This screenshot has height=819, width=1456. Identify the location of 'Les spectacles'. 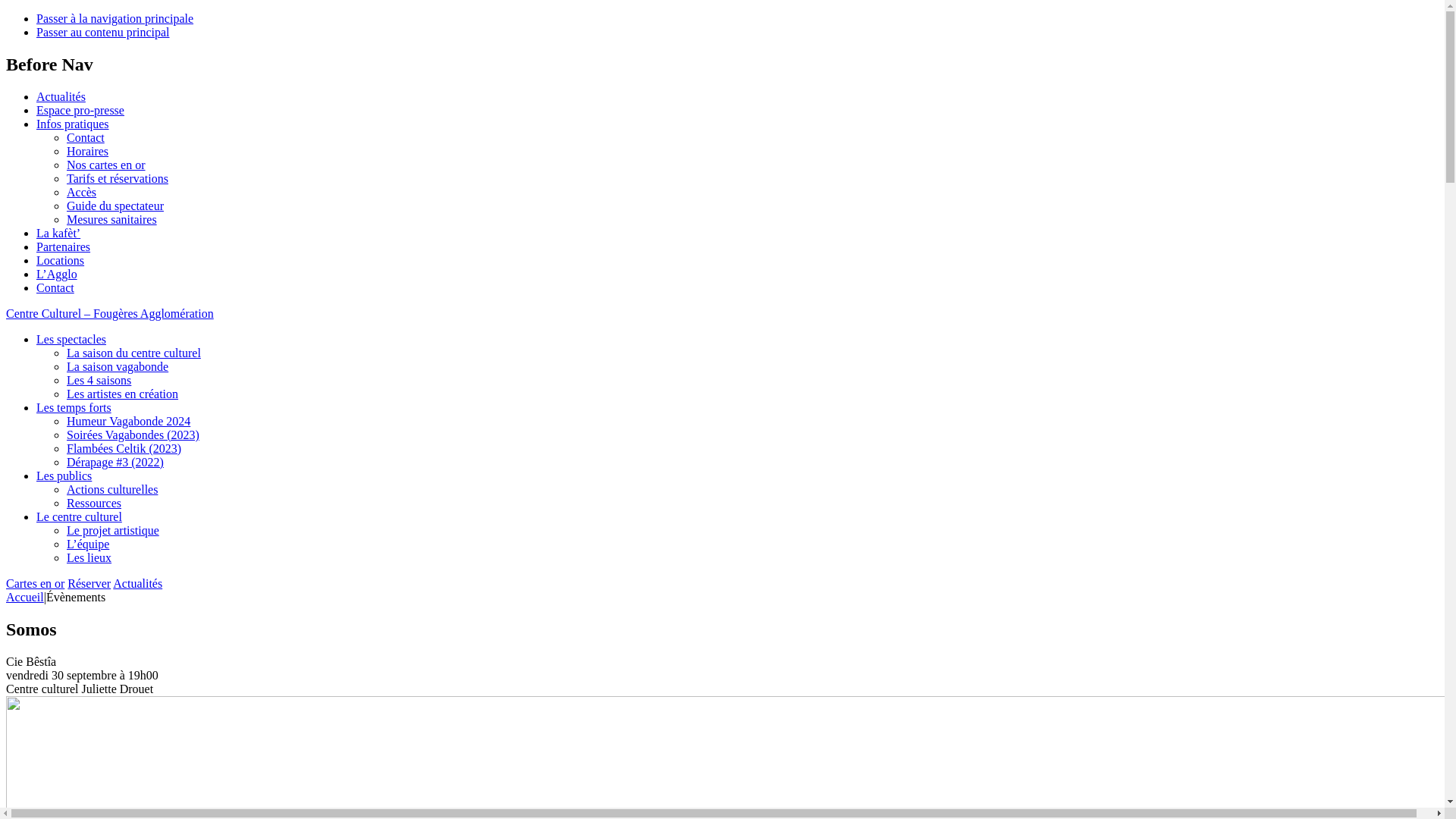
(71, 338).